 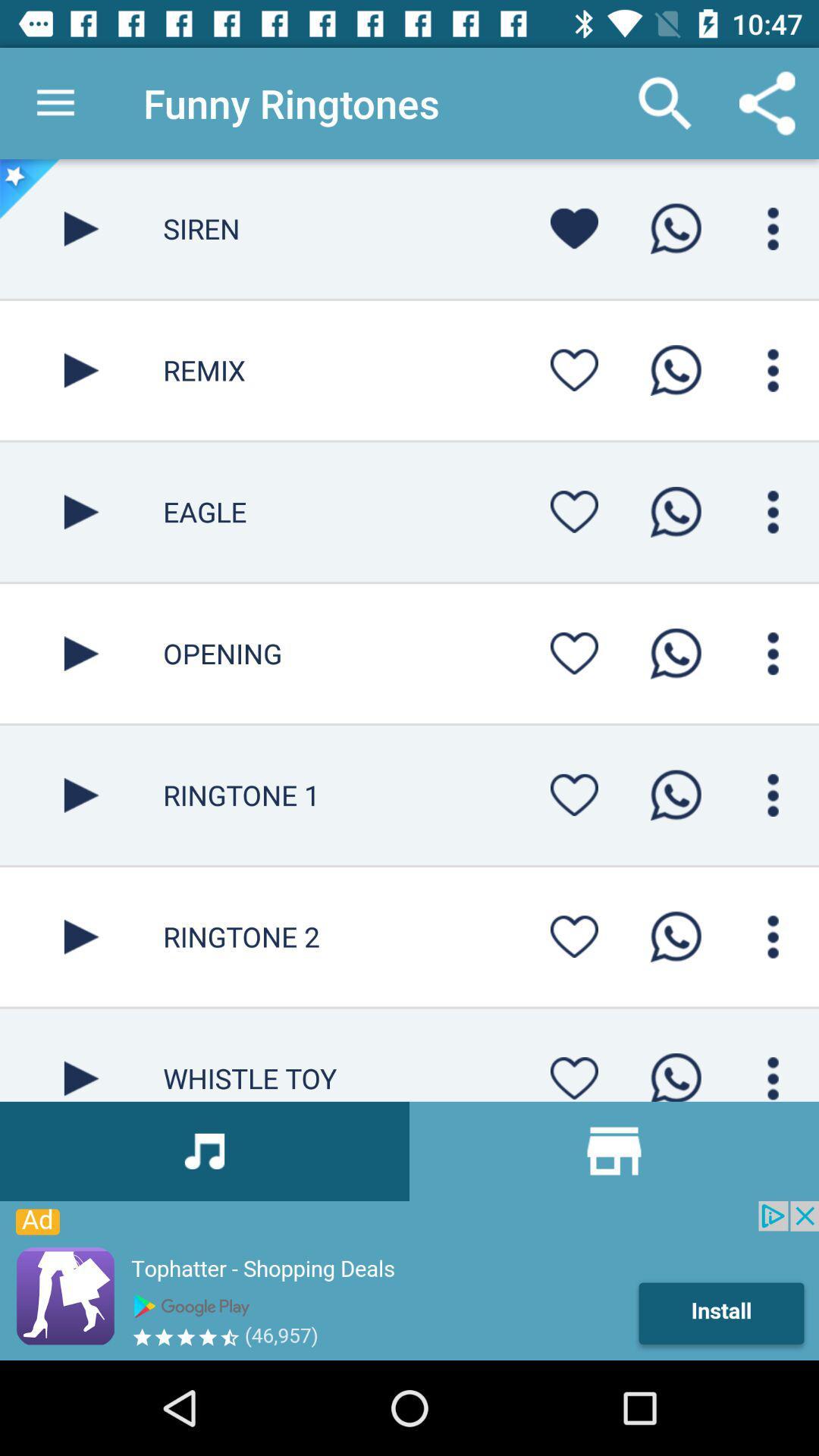 I want to click on favorites it, so click(x=574, y=794).